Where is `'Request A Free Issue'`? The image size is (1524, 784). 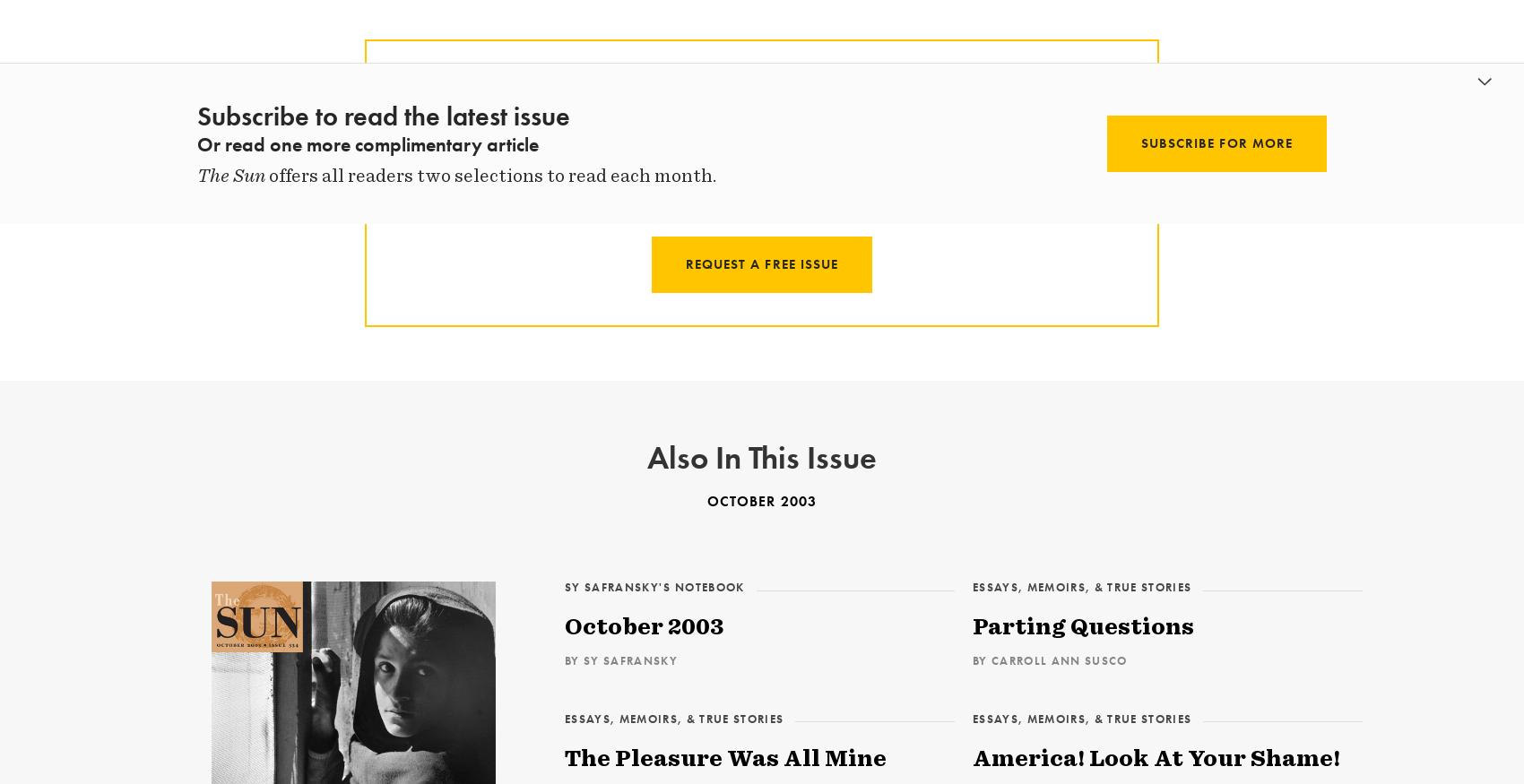
'Request A Free Issue' is located at coordinates (760, 263).